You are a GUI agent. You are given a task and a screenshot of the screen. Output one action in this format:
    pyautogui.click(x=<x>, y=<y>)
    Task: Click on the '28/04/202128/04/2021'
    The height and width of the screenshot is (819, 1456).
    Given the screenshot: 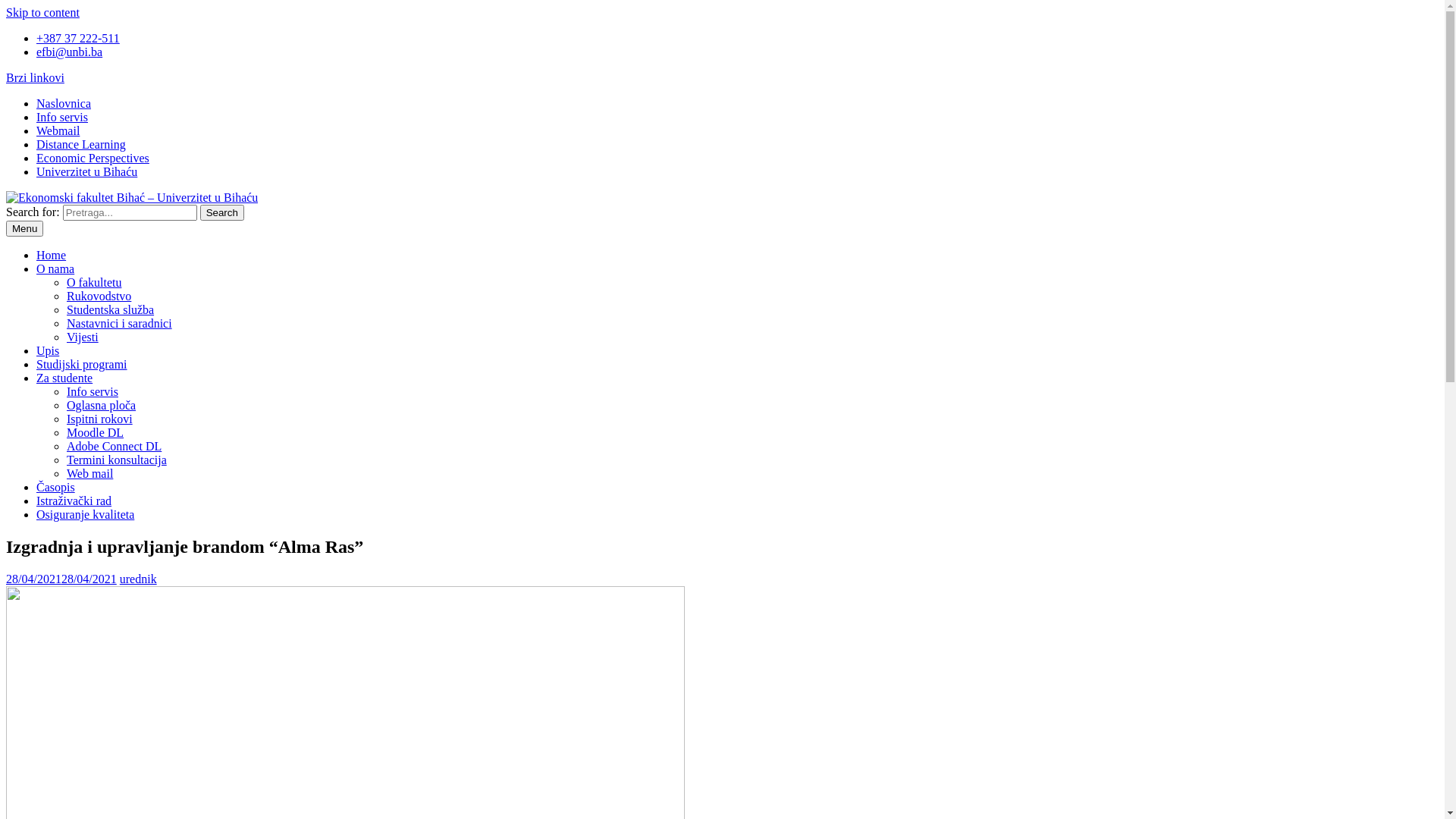 What is the action you would take?
    pyautogui.click(x=6, y=579)
    